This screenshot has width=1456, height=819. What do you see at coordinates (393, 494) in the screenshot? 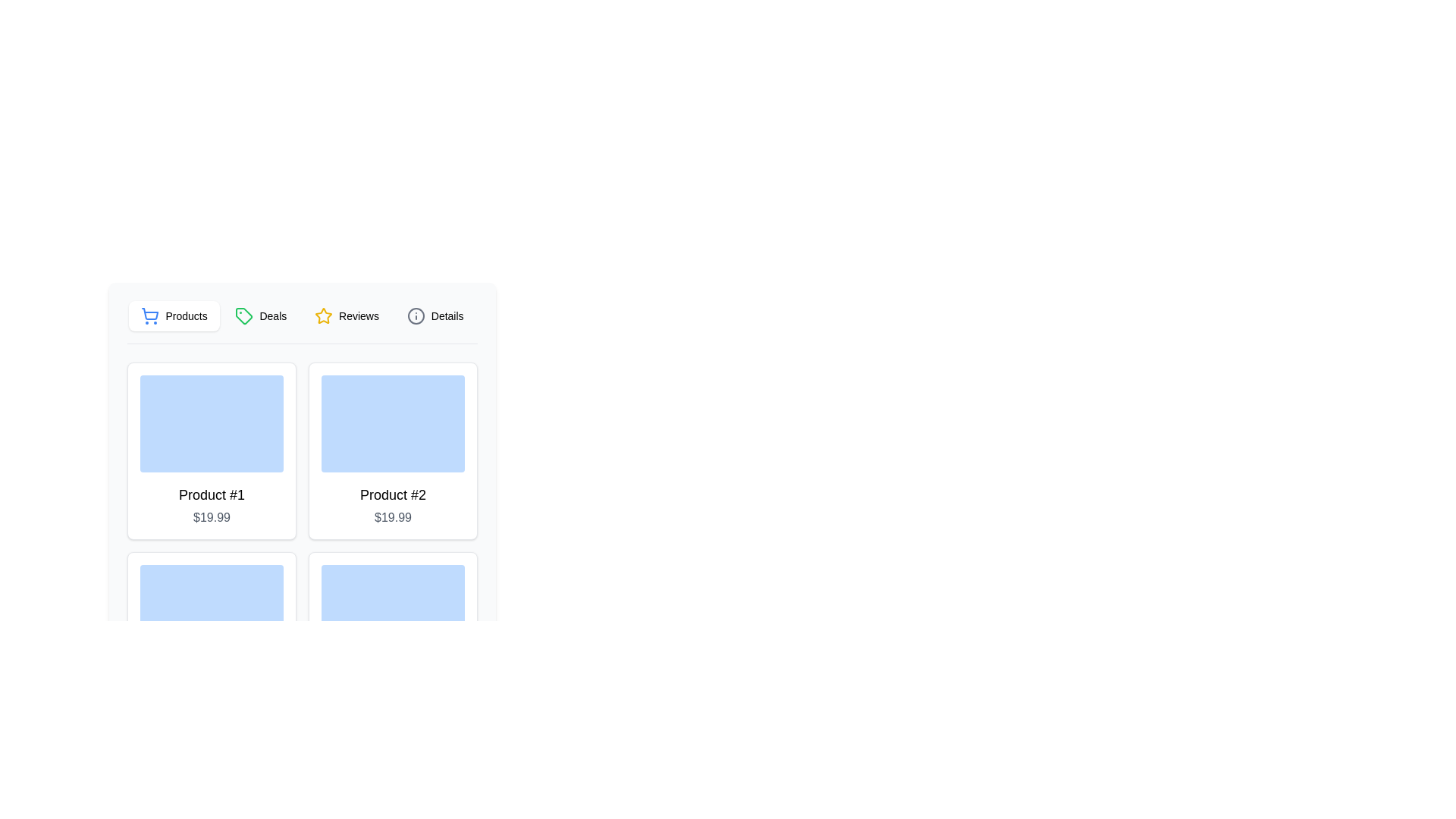
I see `text of the 'Product #2' label, which is a bold medium-sized text element located below a blue placeholder image and above the price '$19.99' in the second product card of the grid layout` at bounding box center [393, 494].